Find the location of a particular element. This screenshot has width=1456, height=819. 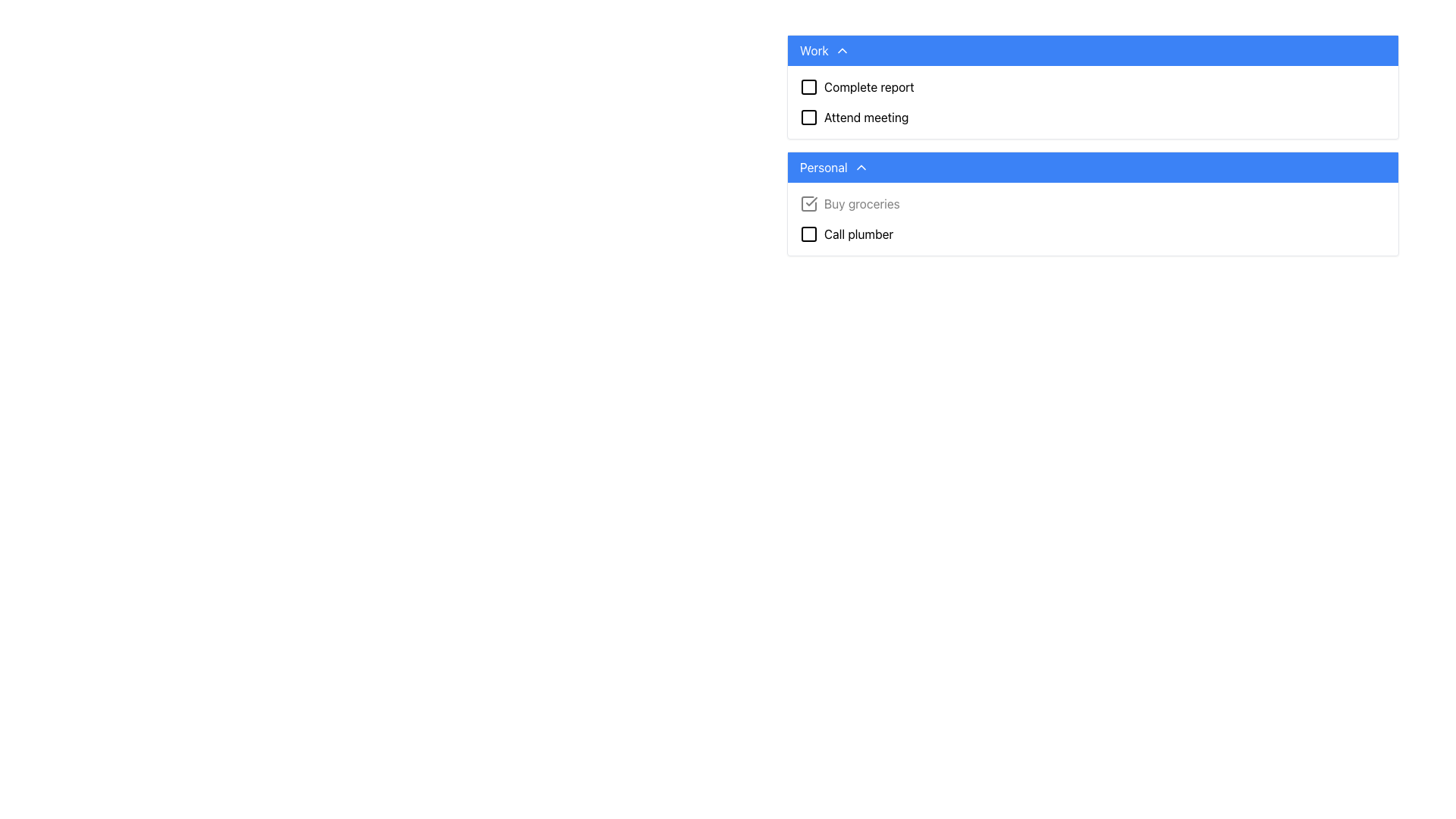

the checkbox of the task labeled 'Buy groceries' to mark it as done is located at coordinates (1093, 203).